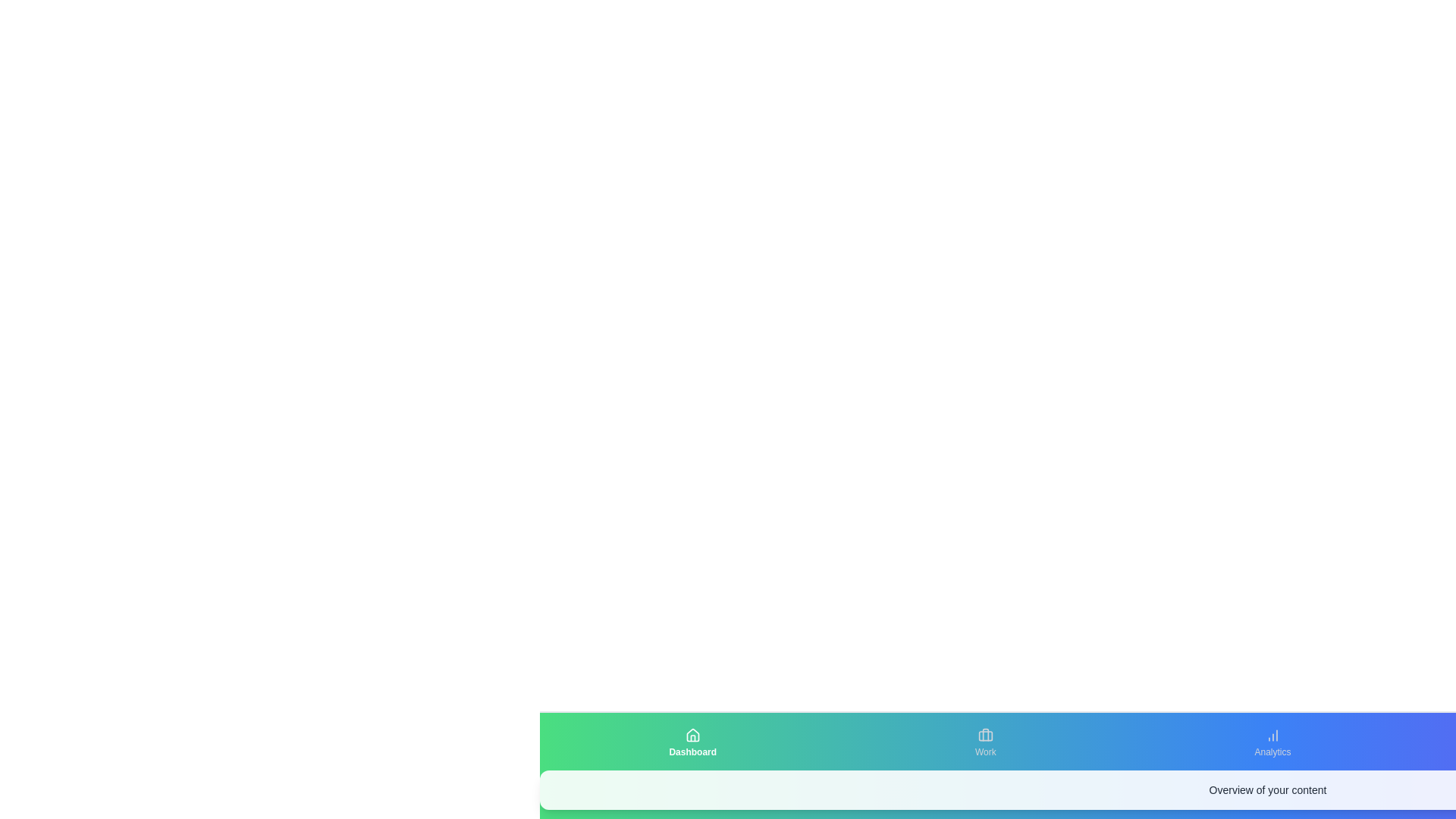  What do you see at coordinates (1272, 742) in the screenshot?
I see `the tab labeled Analytics to view its content` at bounding box center [1272, 742].